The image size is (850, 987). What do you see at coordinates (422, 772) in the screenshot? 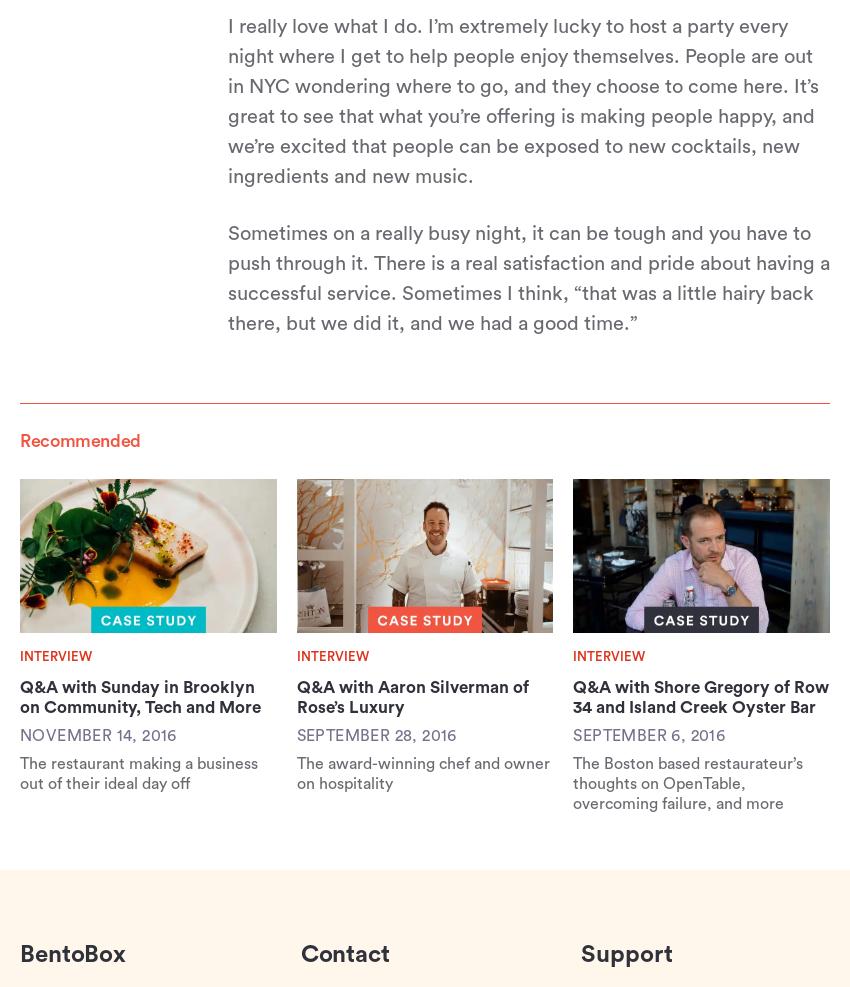
I see `'The award-winning chef and owner on hospitality'` at bounding box center [422, 772].